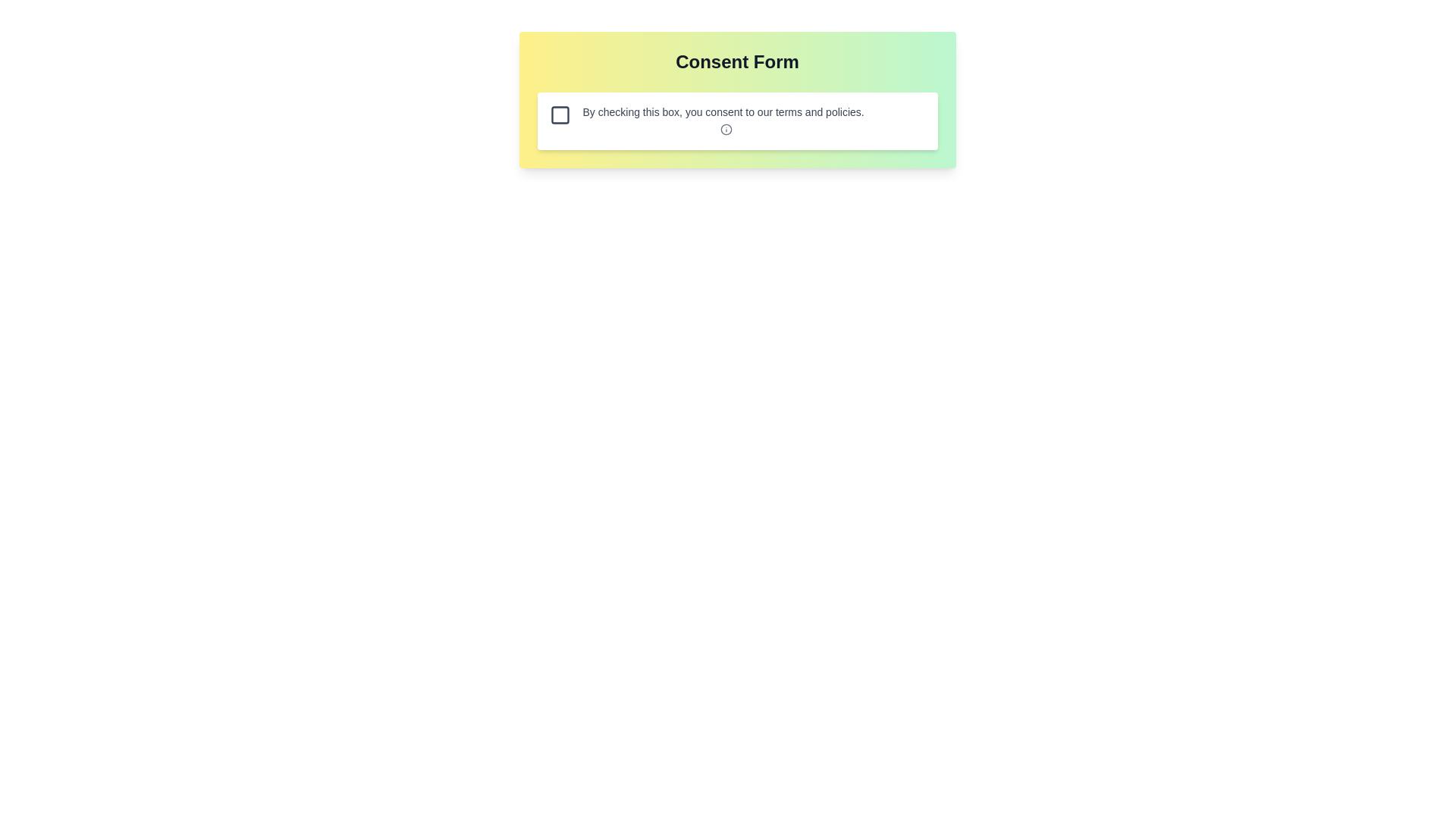 The height and width of the screenshot is (819, 1456). Describe the element at coordinates (726, 128) in the screenshot. I see `the small circular information icon located to the right of the text 'By checking this box, you consent to our terms and policies.'` at that location.